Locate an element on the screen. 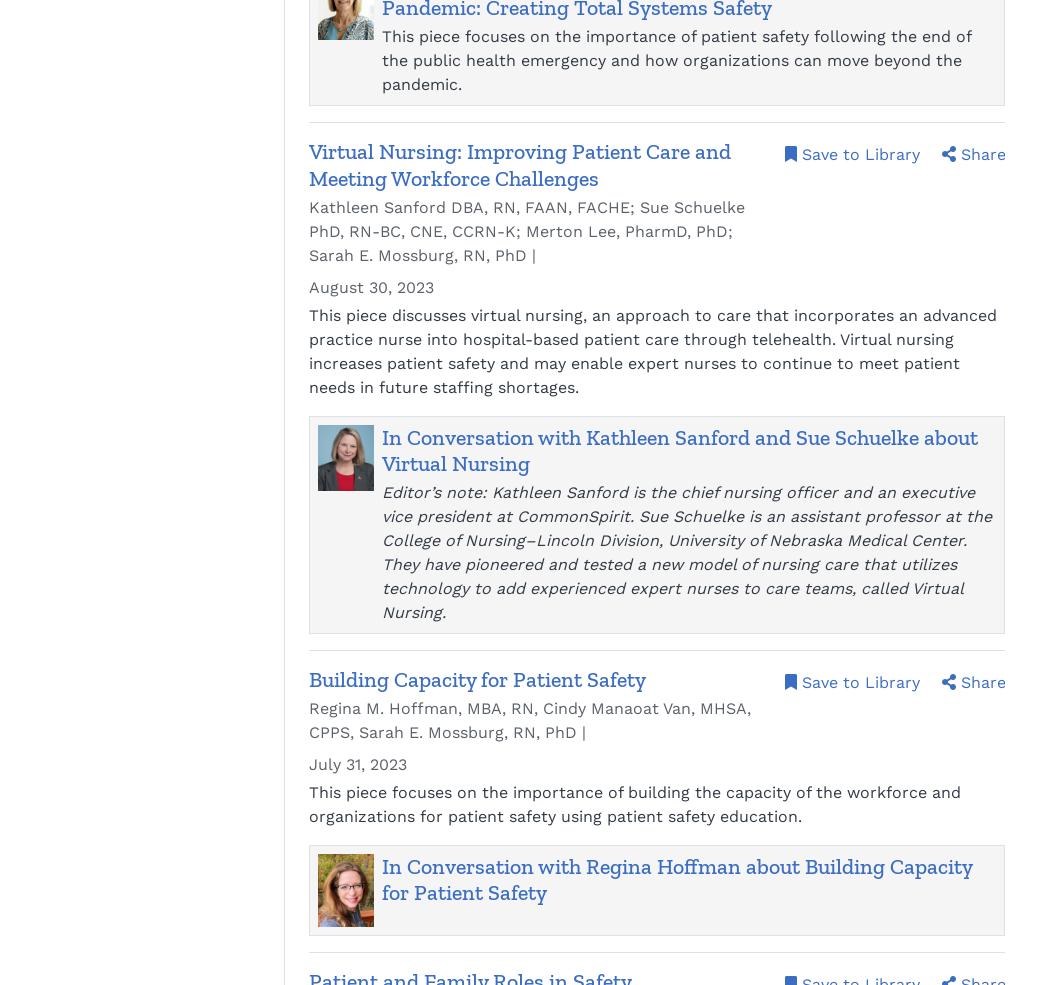 The image size is (1055, 985). 'Virtual Nursing: Improving Patient Care and Meeting Workforce Challenges' is located at coordinates (520, 164).